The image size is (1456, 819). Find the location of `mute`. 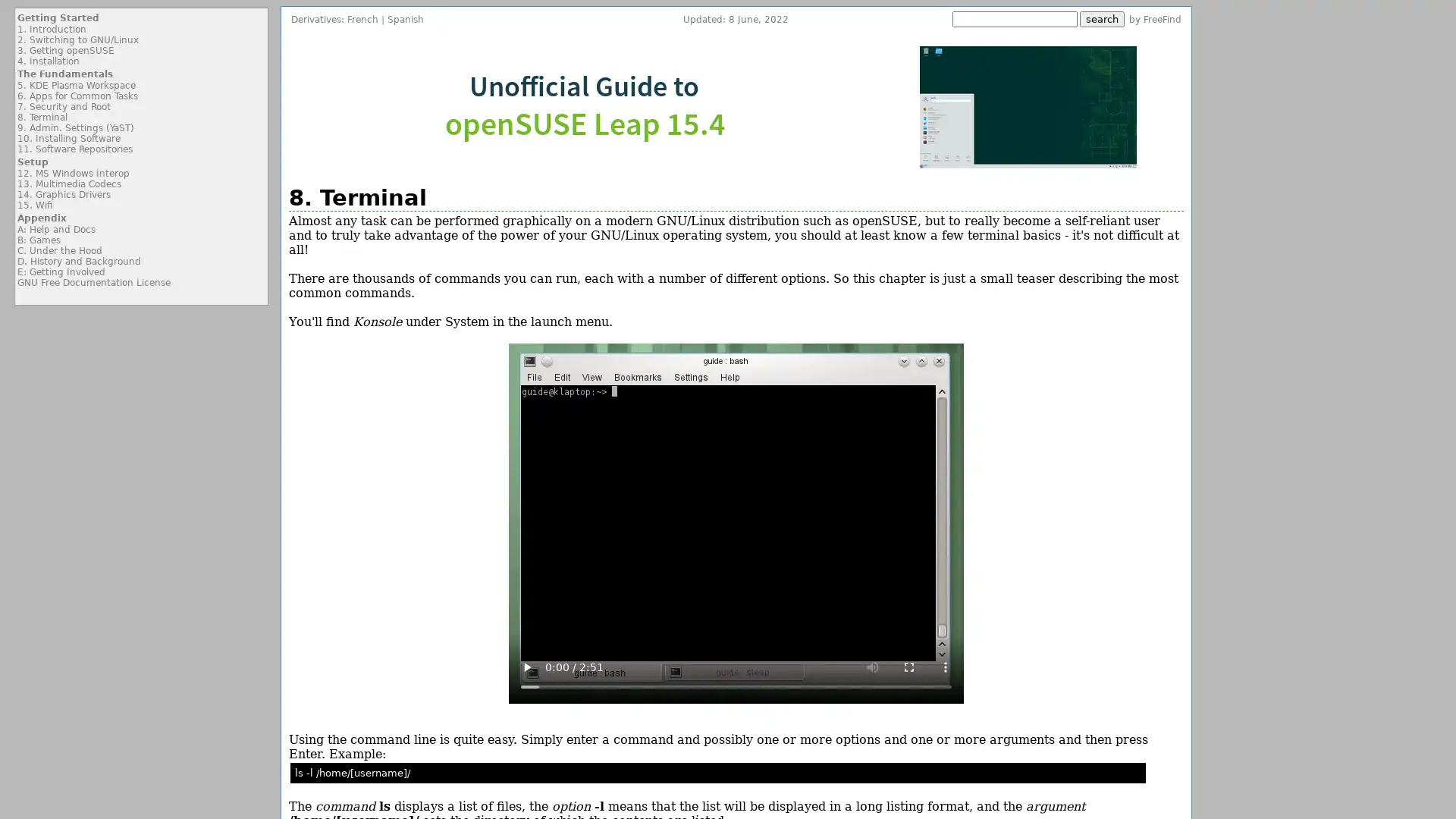

mute is located at coordinates (872, 666).